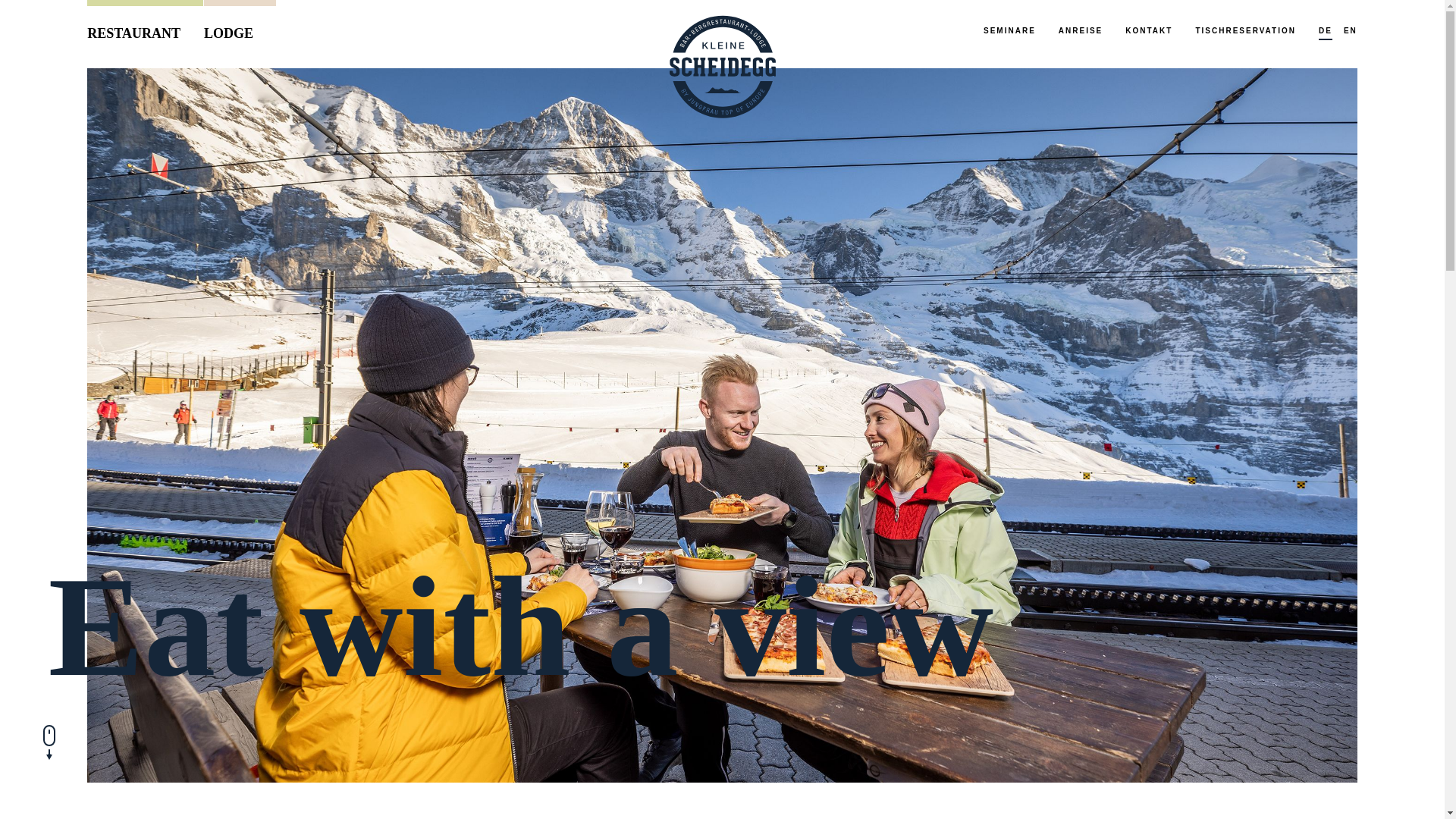  What do you see at coordinates (1317, 31) in the screenshot?
I see `'DE'` at bounding box center [1317, 31].